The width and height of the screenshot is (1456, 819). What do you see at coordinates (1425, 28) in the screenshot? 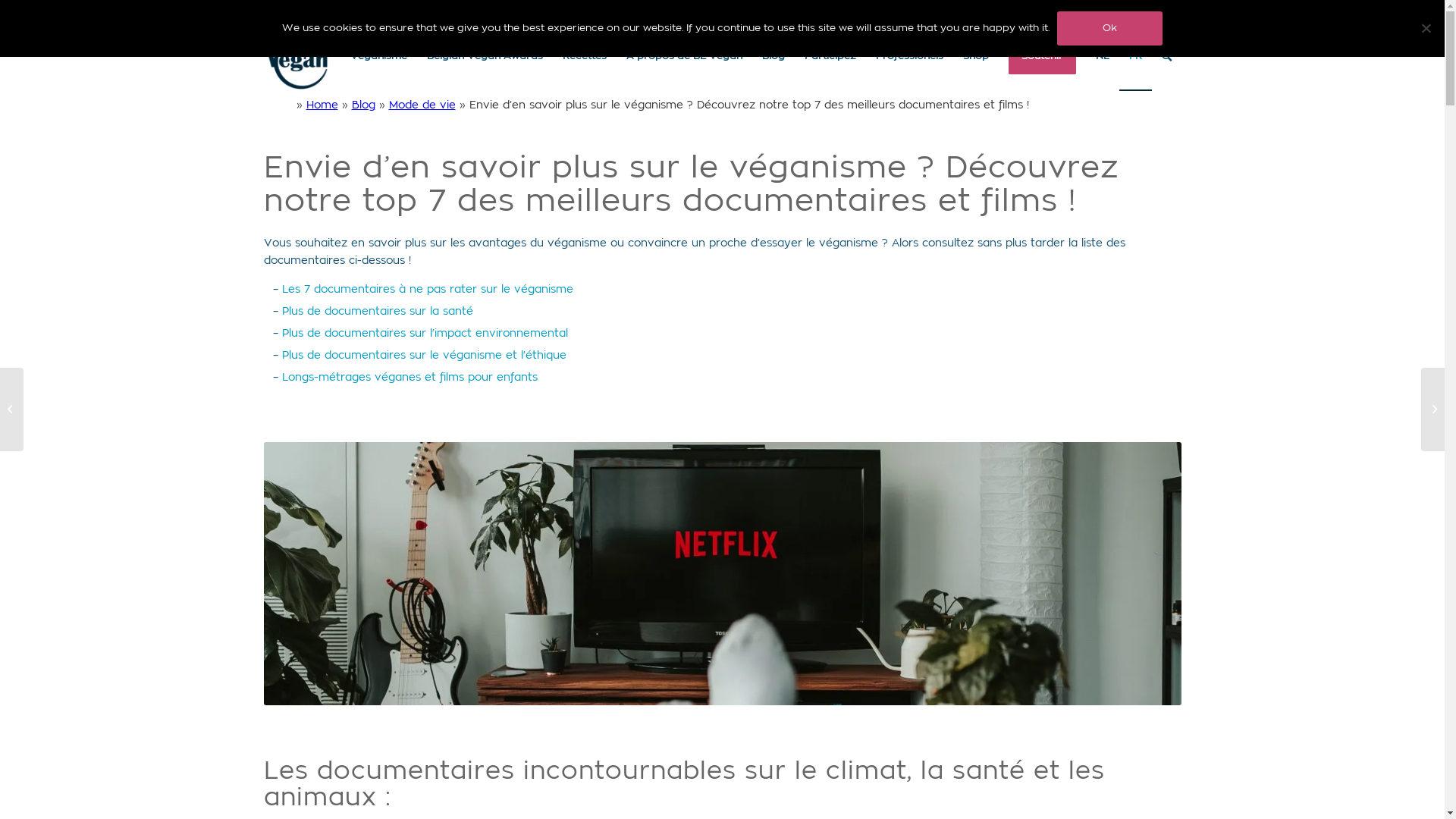
I see `'No'` at bounding box center [1425, 28].